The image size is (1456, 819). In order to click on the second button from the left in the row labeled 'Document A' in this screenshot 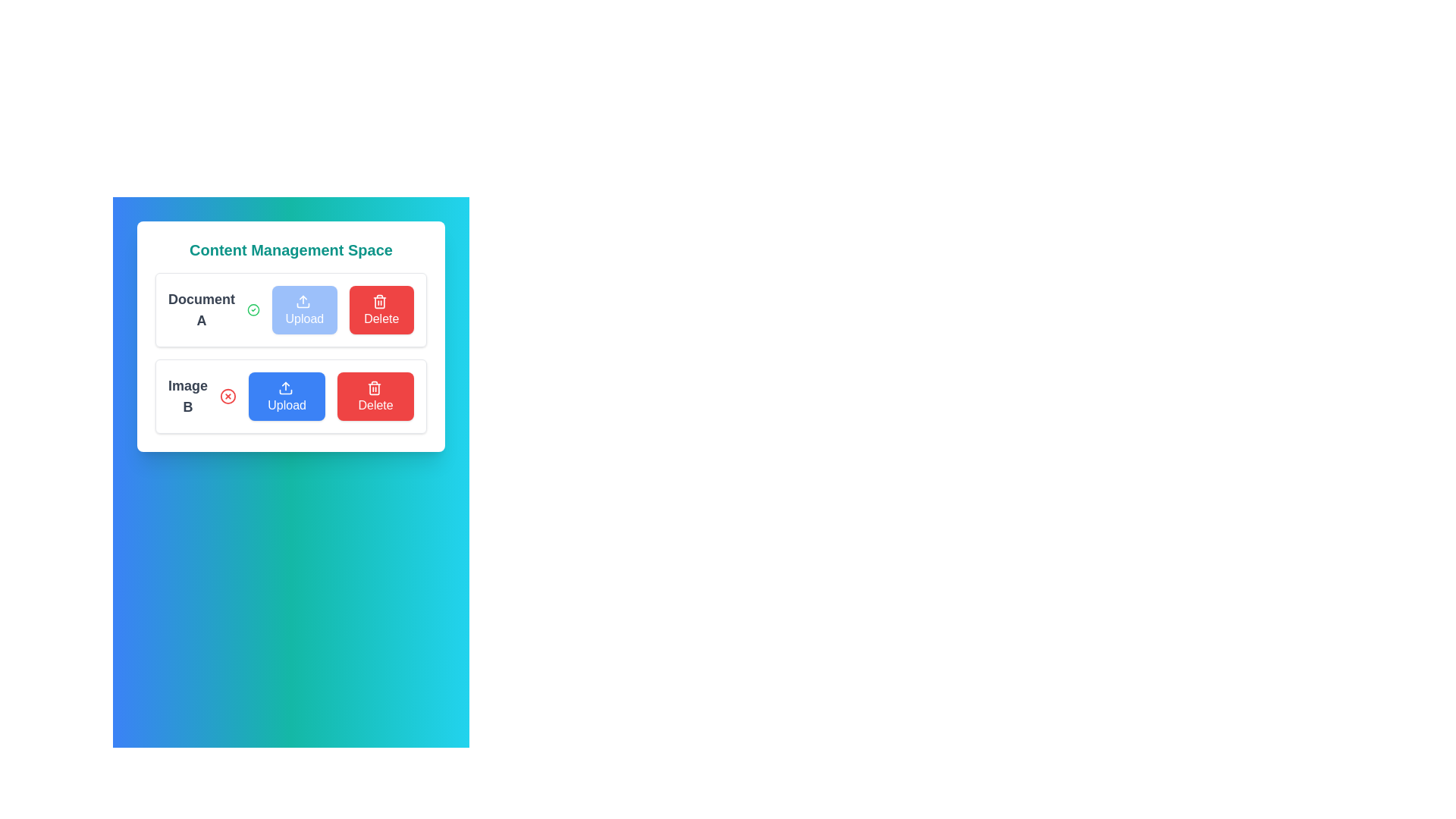, I will do `click(291, 309)`.